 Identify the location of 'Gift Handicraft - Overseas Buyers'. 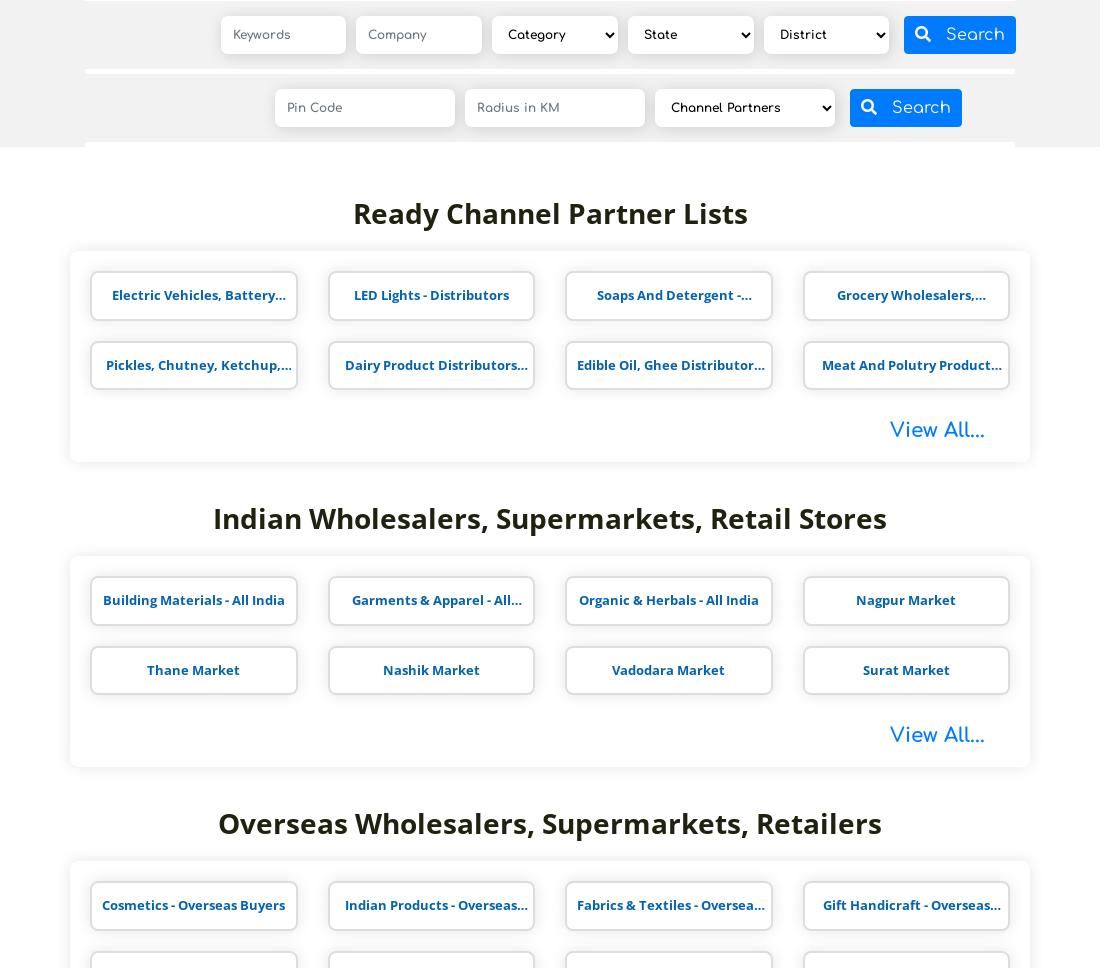
(905, 912).